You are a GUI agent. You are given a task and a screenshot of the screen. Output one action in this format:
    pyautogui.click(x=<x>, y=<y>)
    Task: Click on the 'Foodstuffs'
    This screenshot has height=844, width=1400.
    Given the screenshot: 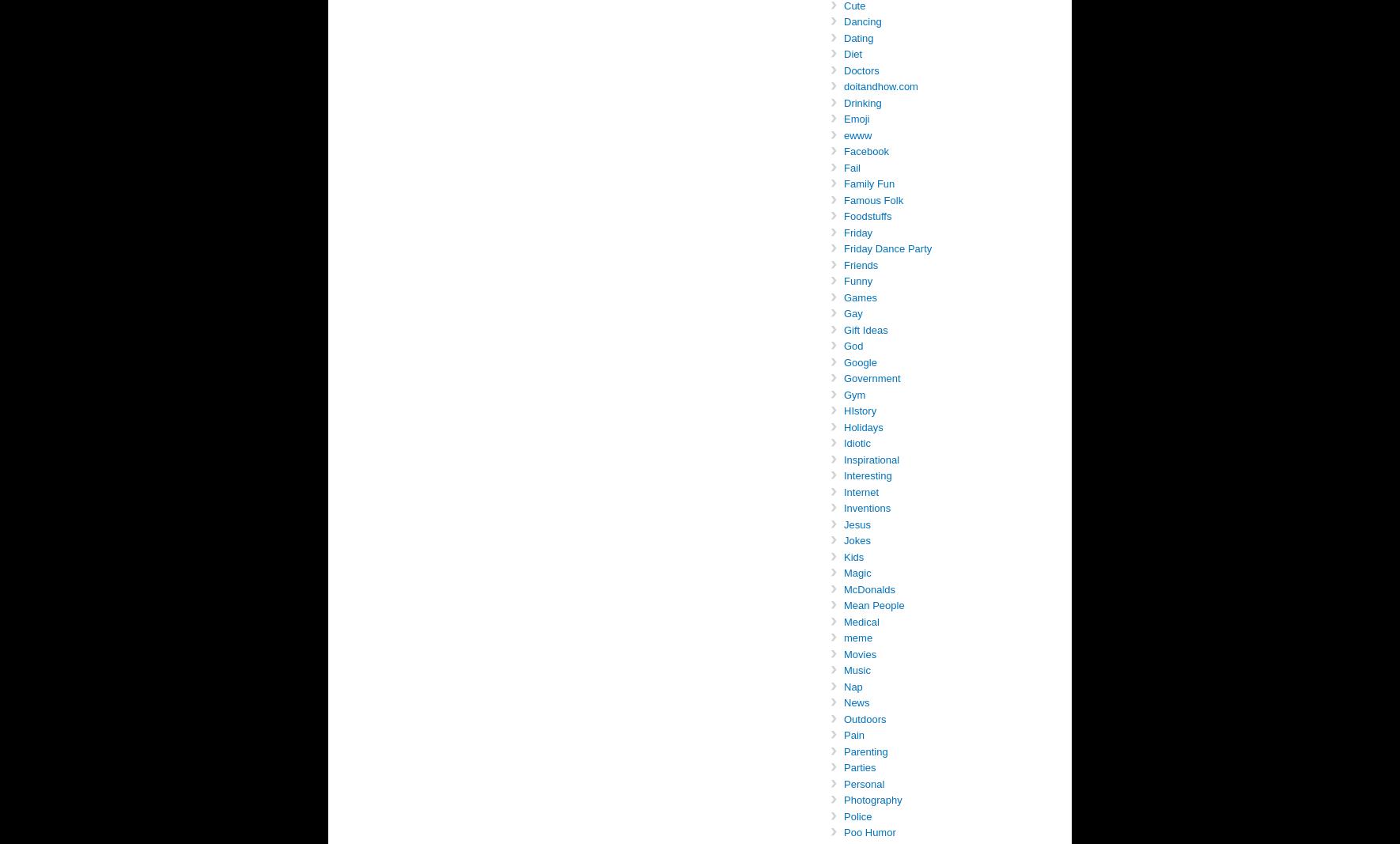 What is the action you would take?
    pyautogui.click(x=868, y=216)
    